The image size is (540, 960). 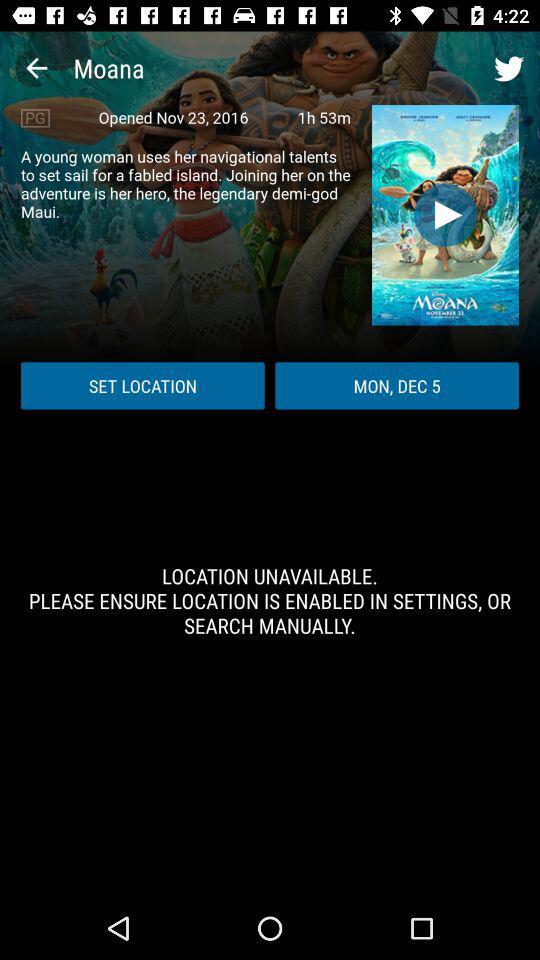 What do you see at coordinates (185, 184) in the screenshot?
I see `the a young woman icon` at bounding box center [185, 184].